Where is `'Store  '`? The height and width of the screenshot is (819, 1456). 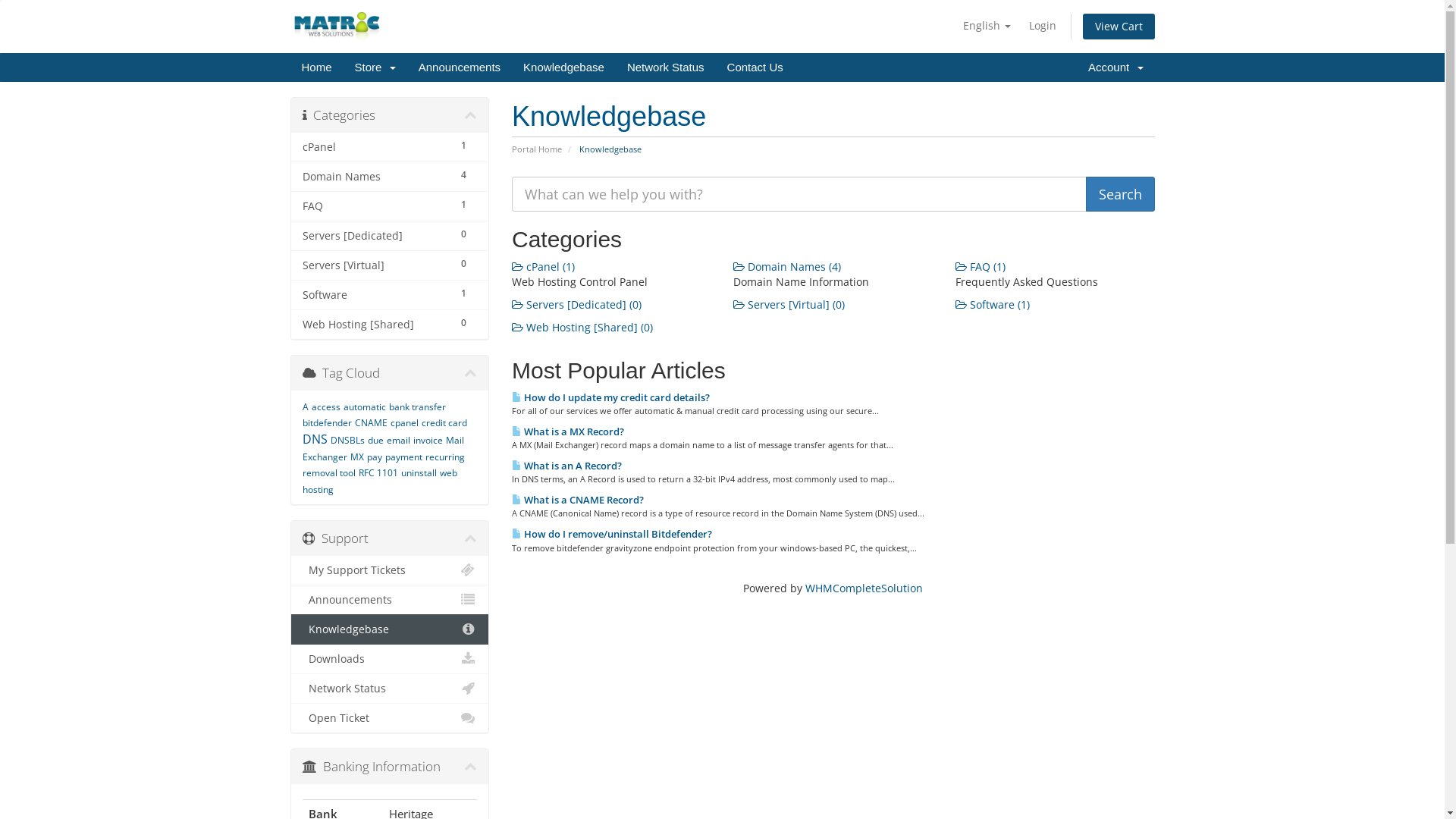
'Store  ' is located at coordinates (375, 66).